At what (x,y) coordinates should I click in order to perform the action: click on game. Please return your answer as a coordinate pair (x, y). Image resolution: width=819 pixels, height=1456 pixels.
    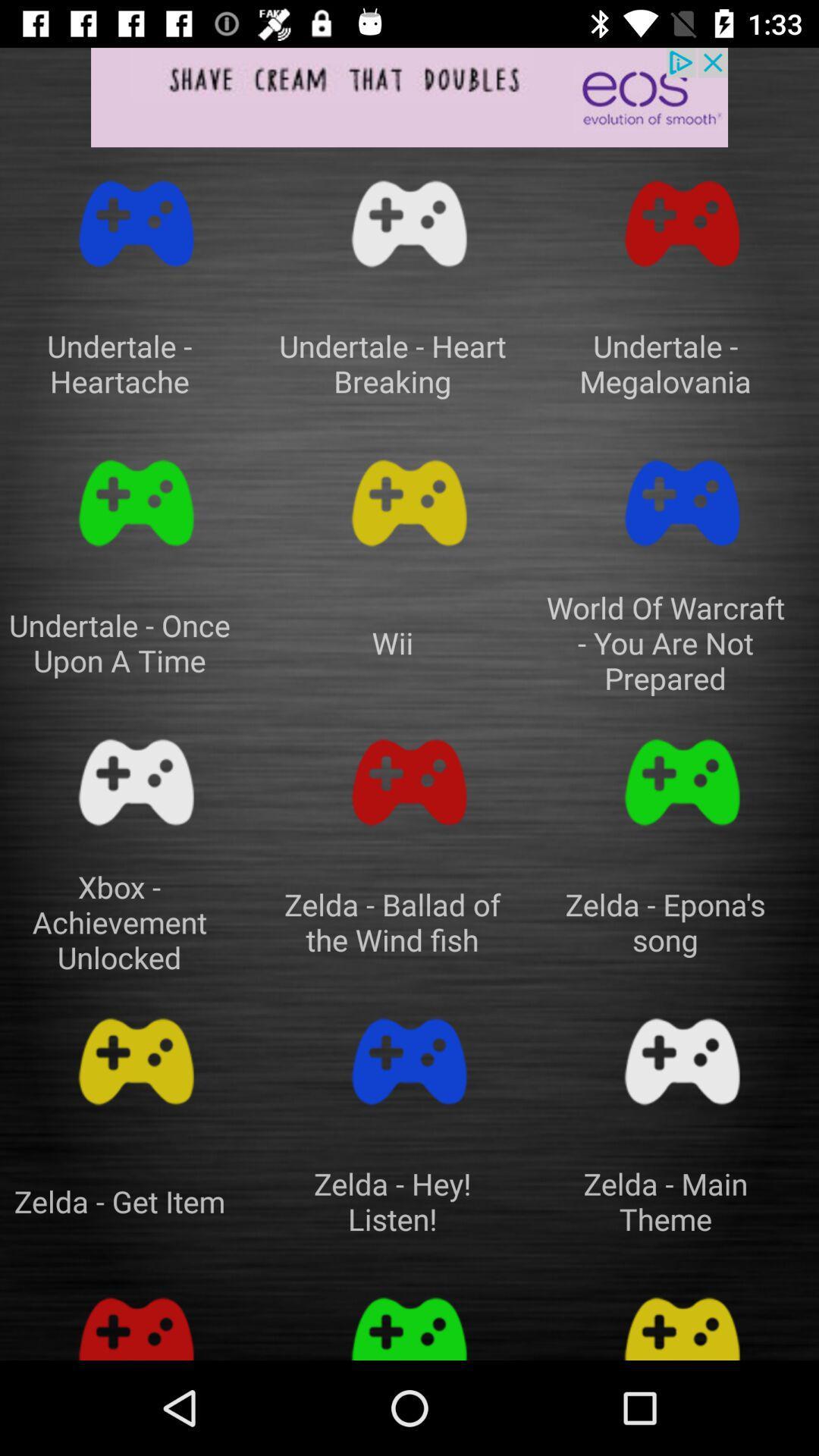
    Looking at the image, I should click on (409, 503).